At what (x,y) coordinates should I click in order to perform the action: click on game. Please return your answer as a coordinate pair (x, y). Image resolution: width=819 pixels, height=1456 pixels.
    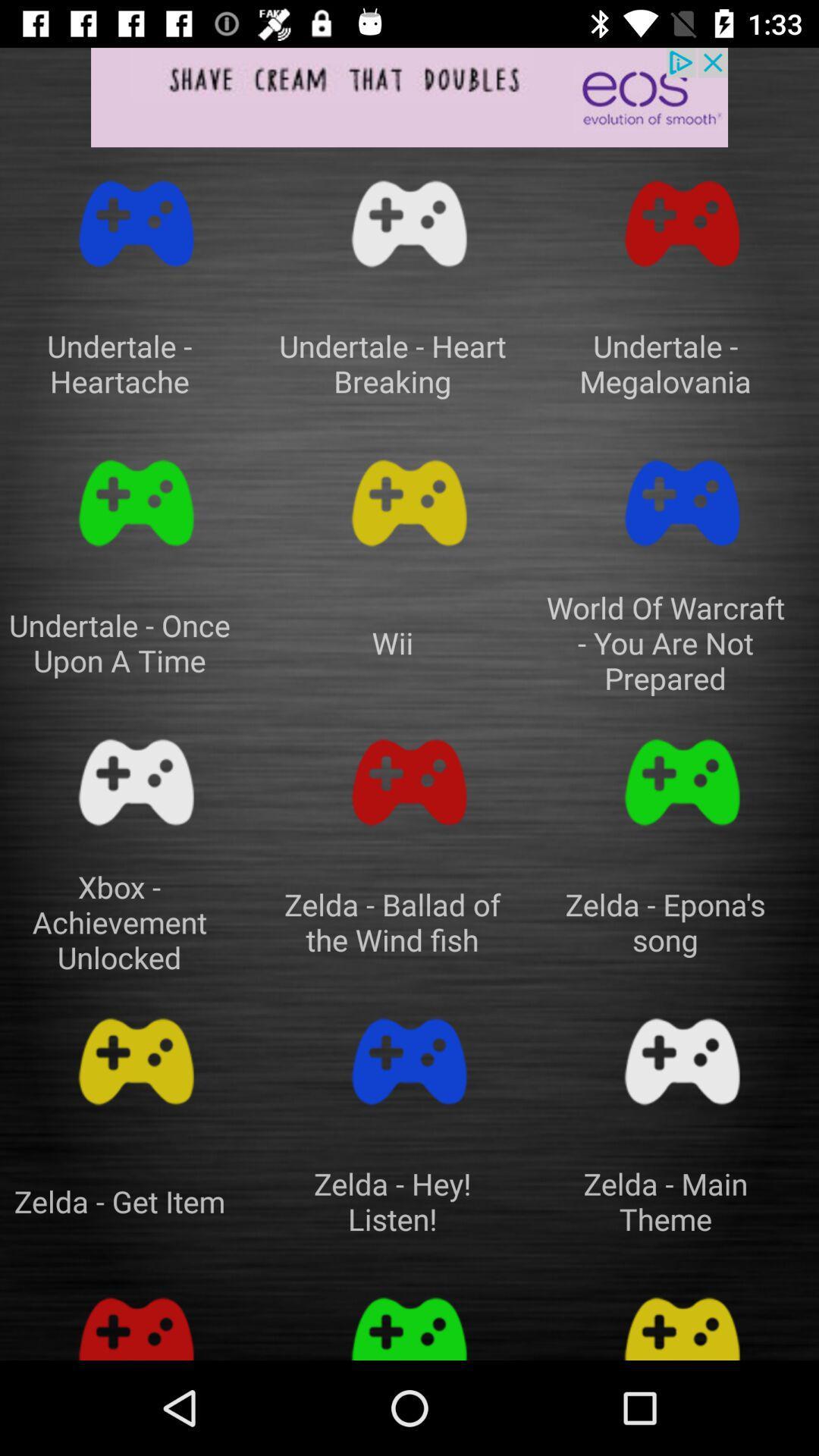
    Looking at the image, I should click on (409, 503).